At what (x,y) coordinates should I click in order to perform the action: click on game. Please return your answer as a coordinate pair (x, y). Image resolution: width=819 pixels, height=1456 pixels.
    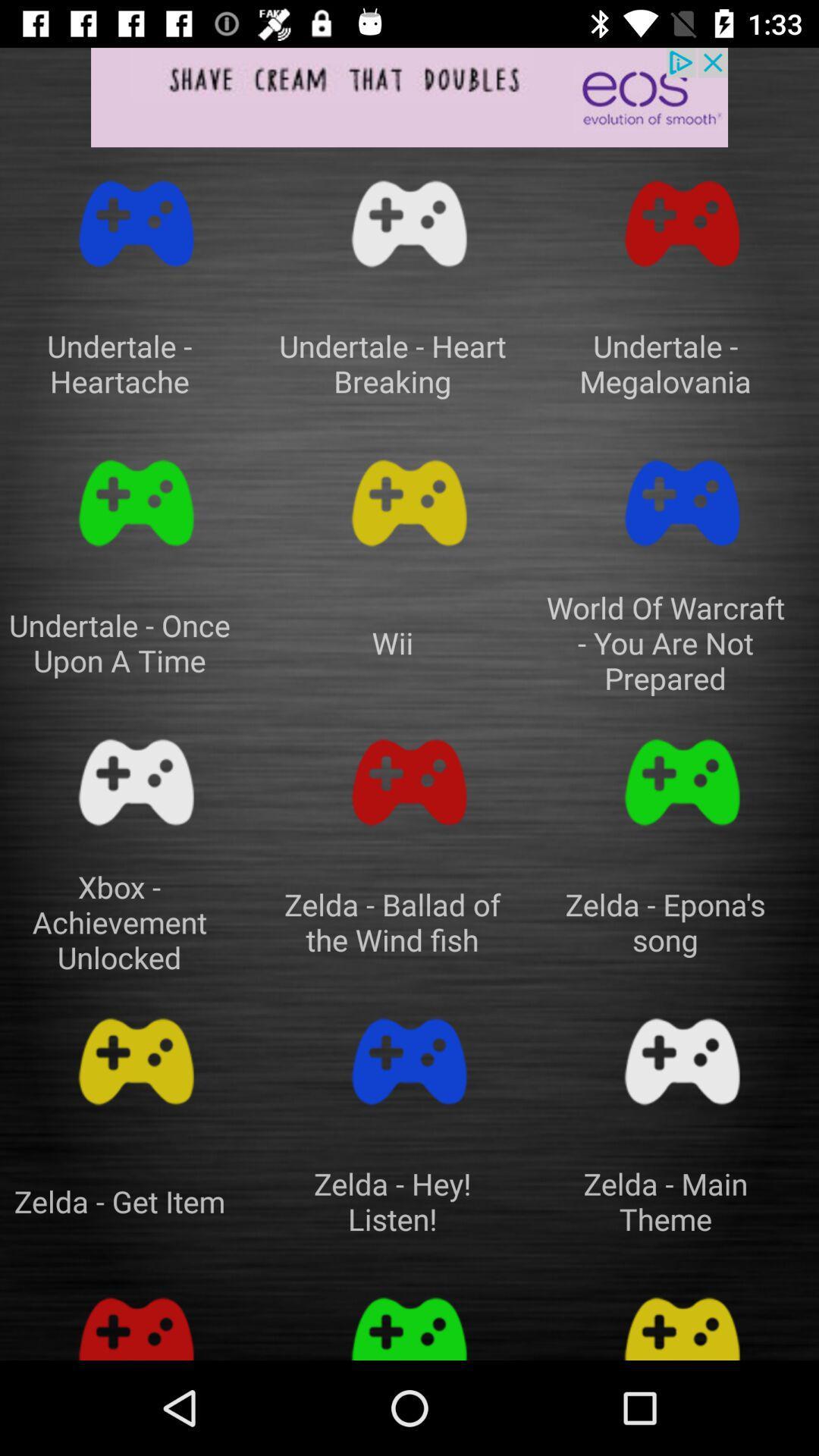
    Looking at the image, I should click on (409, 503).